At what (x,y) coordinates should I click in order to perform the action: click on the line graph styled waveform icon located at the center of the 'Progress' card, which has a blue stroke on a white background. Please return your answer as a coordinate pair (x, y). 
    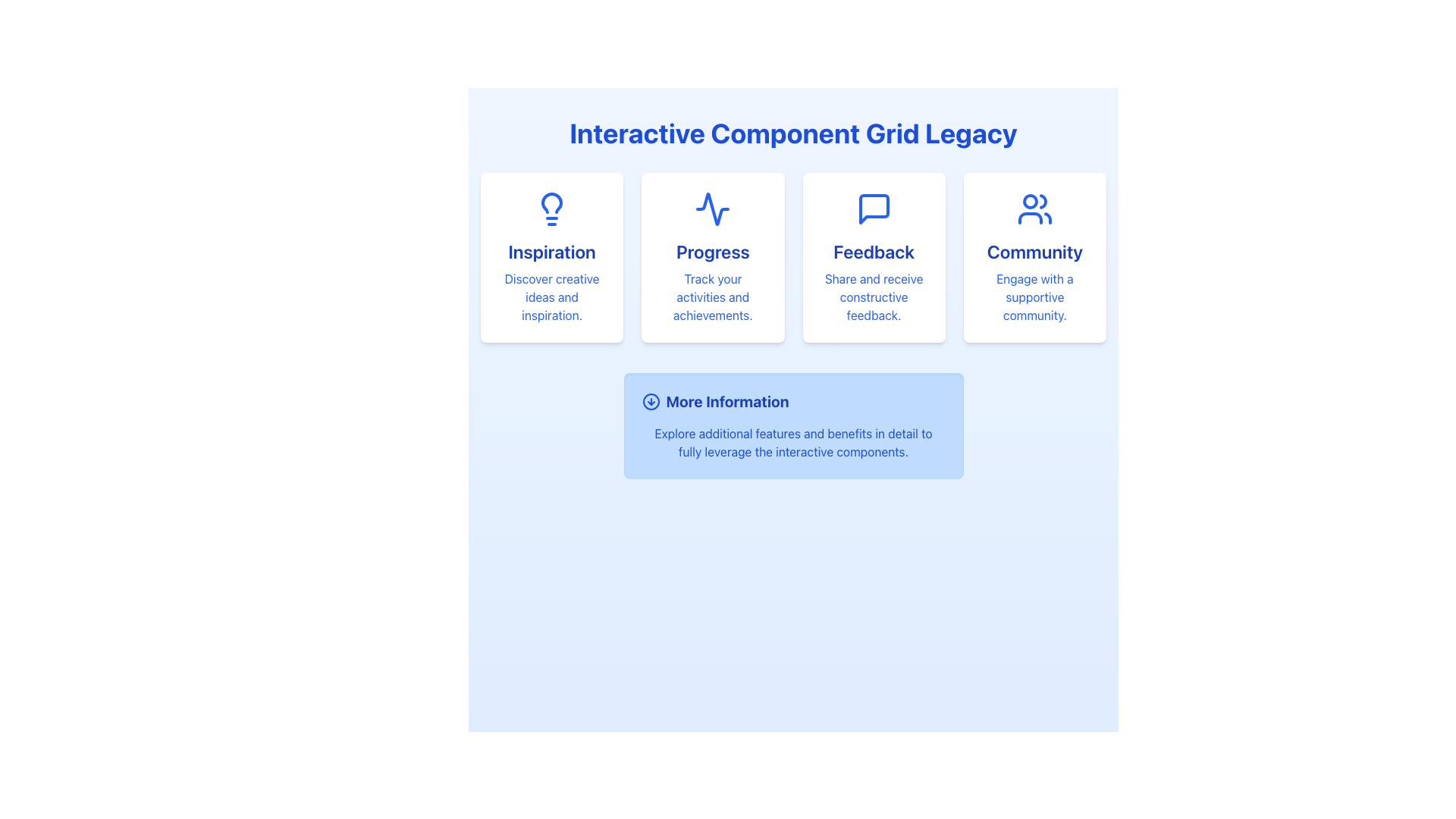
    Looking at the image, I should click on (712, 209).